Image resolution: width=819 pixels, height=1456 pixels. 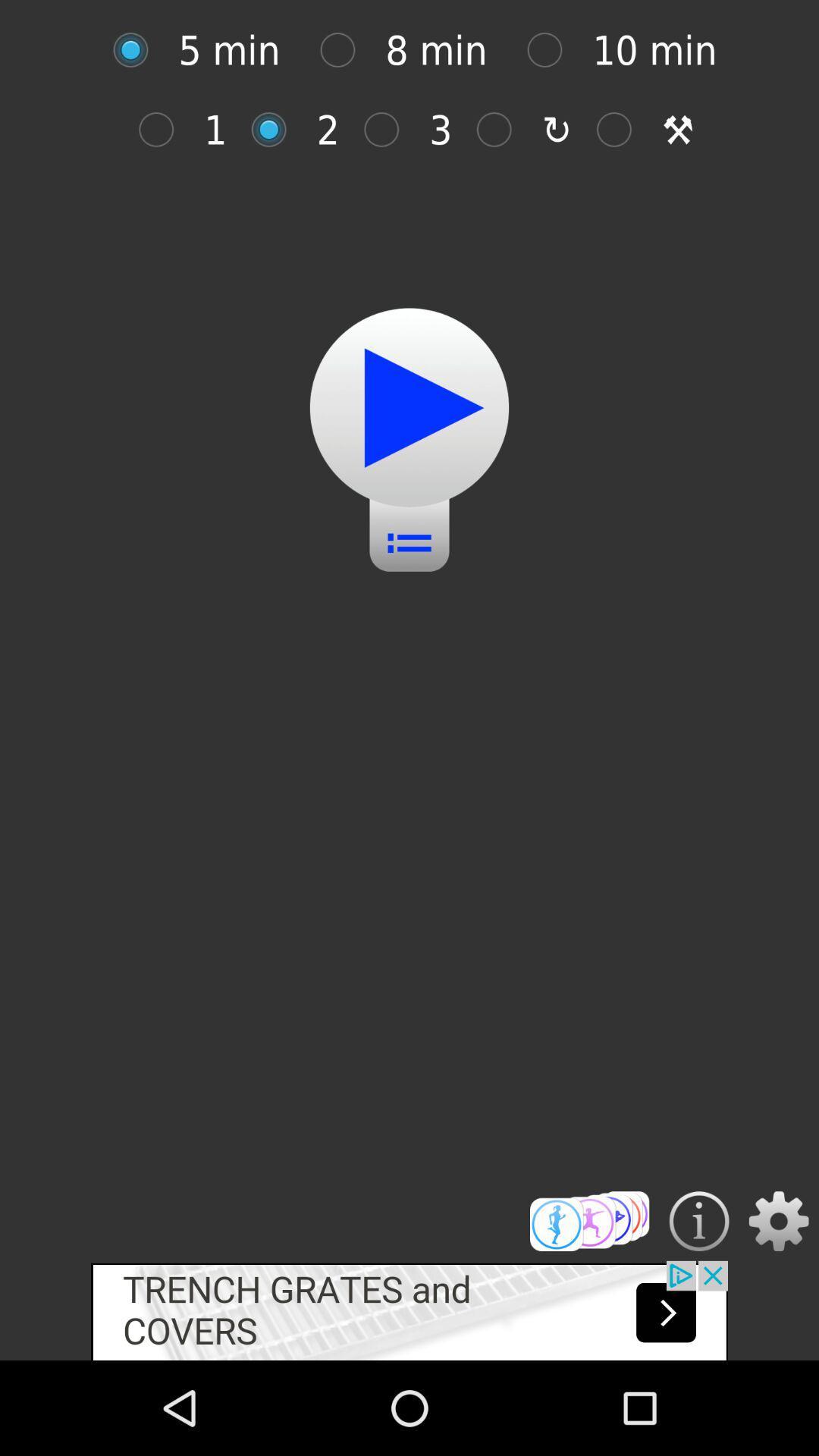 I want to click on option one, so click(x=164, y=130).